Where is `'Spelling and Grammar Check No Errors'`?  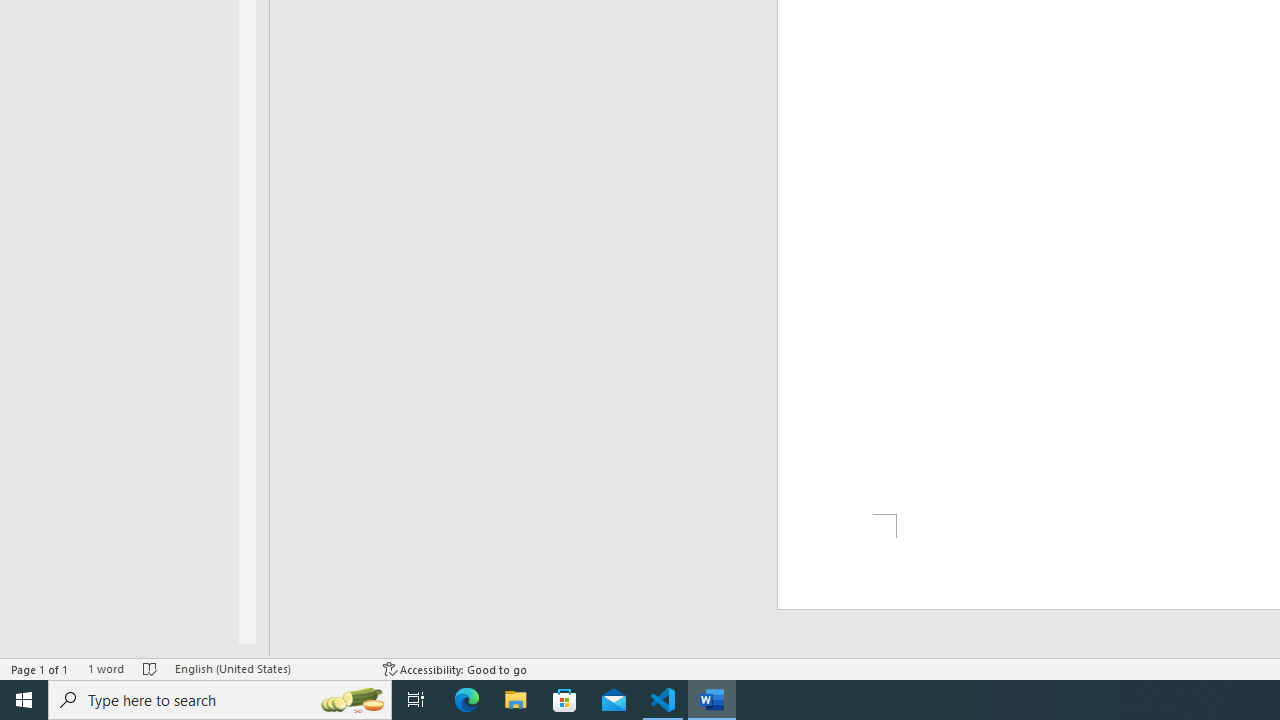 'Spelling and Grammar Check No Errors' is located at coordinates (149, 669).